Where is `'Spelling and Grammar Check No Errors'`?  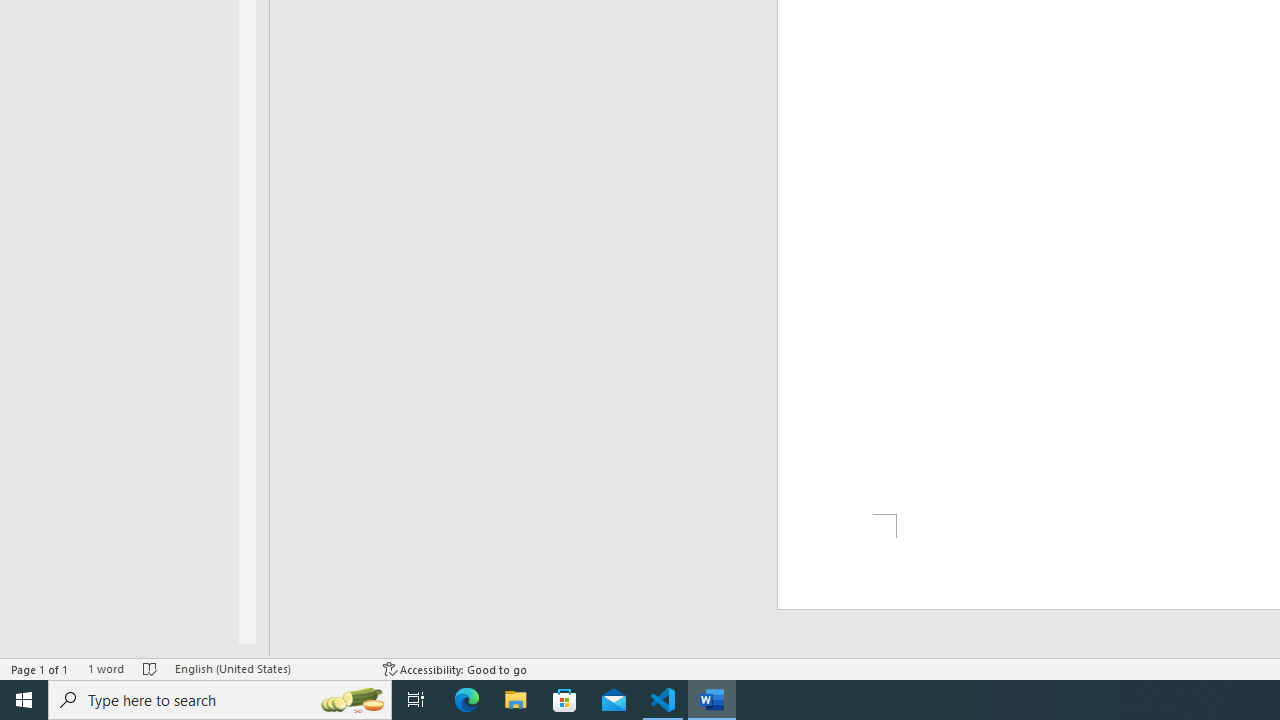 'Spelling and Grammar Check No Errors' is located at coordinates (149, 669).